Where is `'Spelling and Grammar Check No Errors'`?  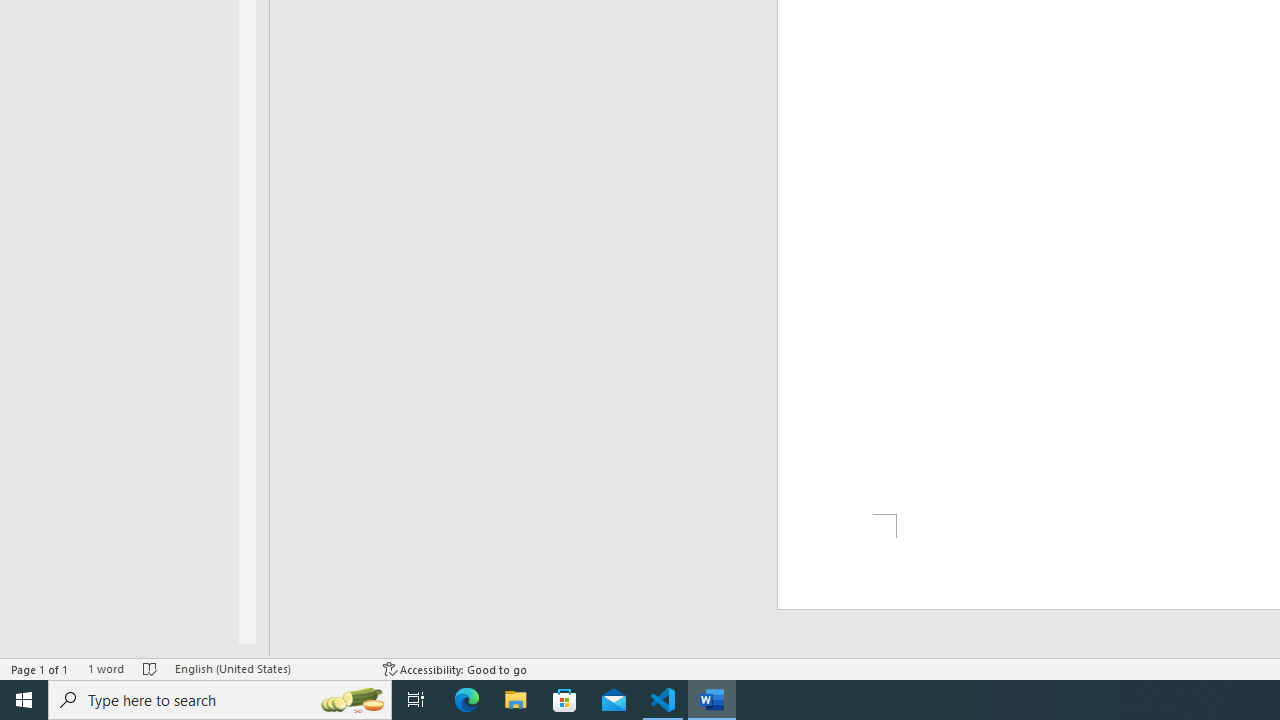 'Spelling and Grammar Check No Errors' is located at coordinates (149, 669).